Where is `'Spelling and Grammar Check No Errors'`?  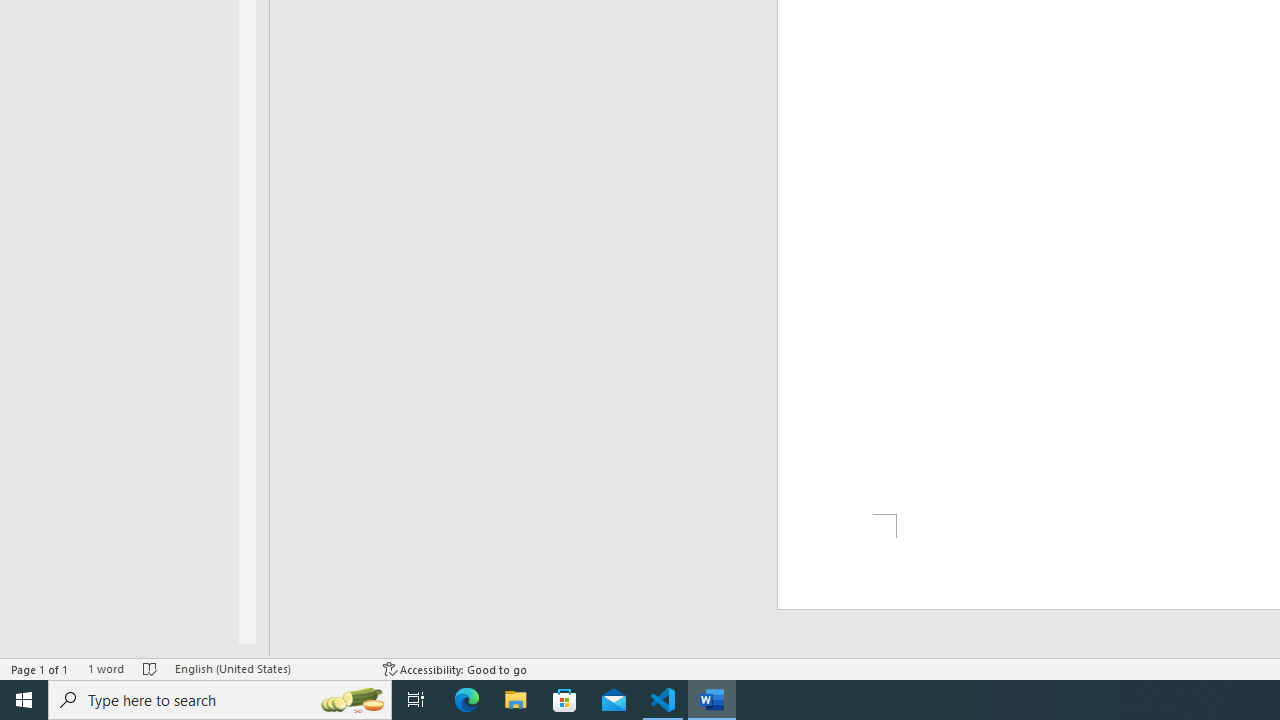 'Spelling and Grammar Check No Errors' is located at coordinates (149, 669).